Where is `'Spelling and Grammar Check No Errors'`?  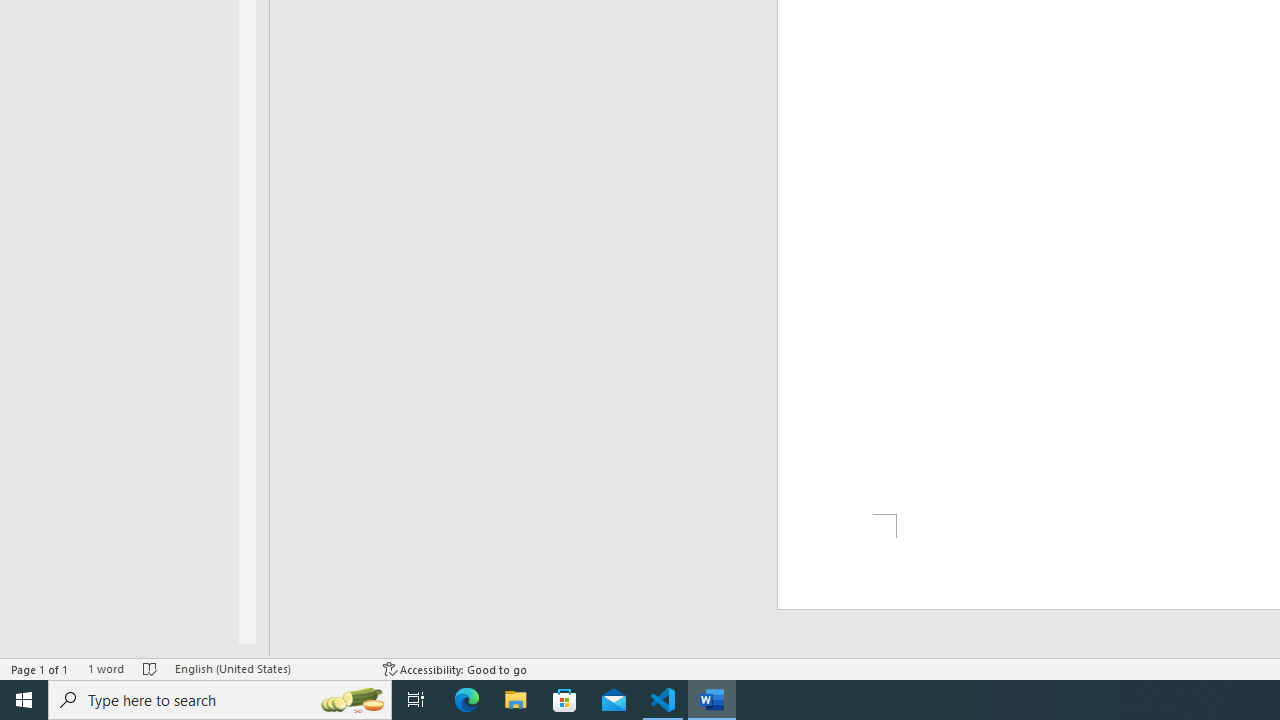 'Spelling and Grammar Check No Errors' is located at coordinates (149, 669).